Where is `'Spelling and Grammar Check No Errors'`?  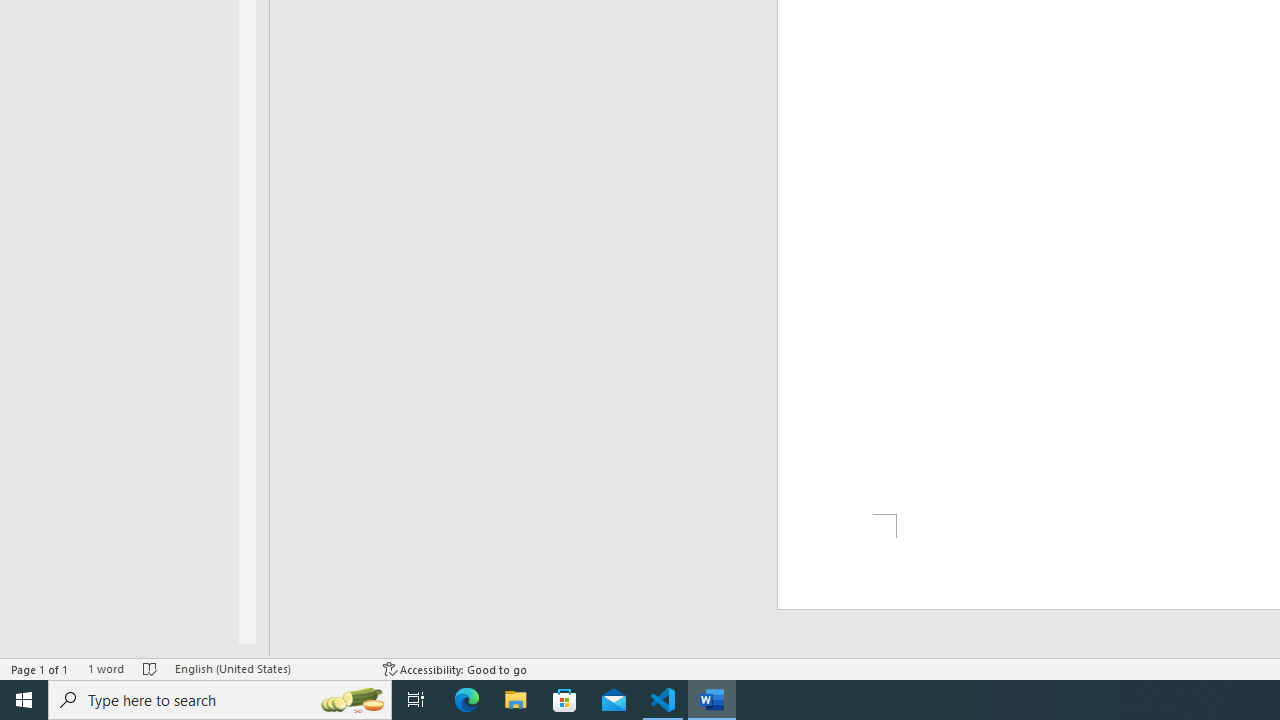 'Spelling and Grammar Check No Errors' is located at coordinates (149, 669).